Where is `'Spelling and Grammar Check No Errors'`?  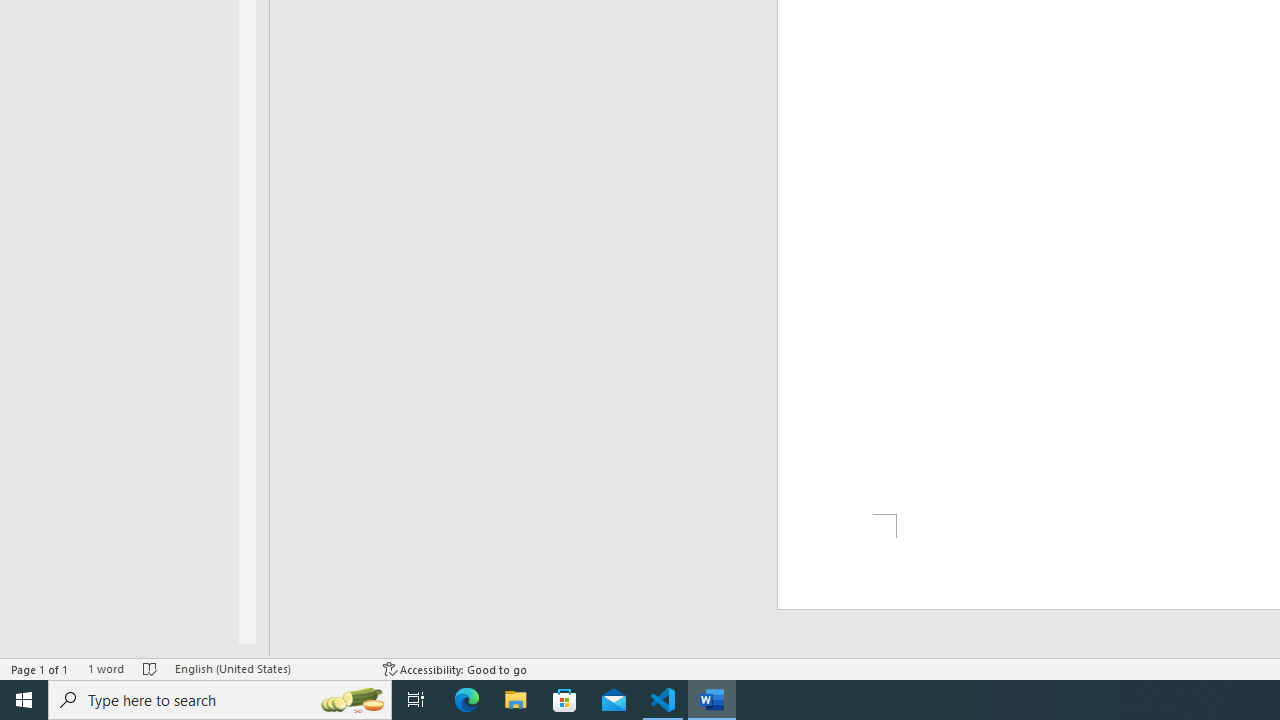 'Spelling and Grammar Check No Errors' is located at coordinates (149, 669).